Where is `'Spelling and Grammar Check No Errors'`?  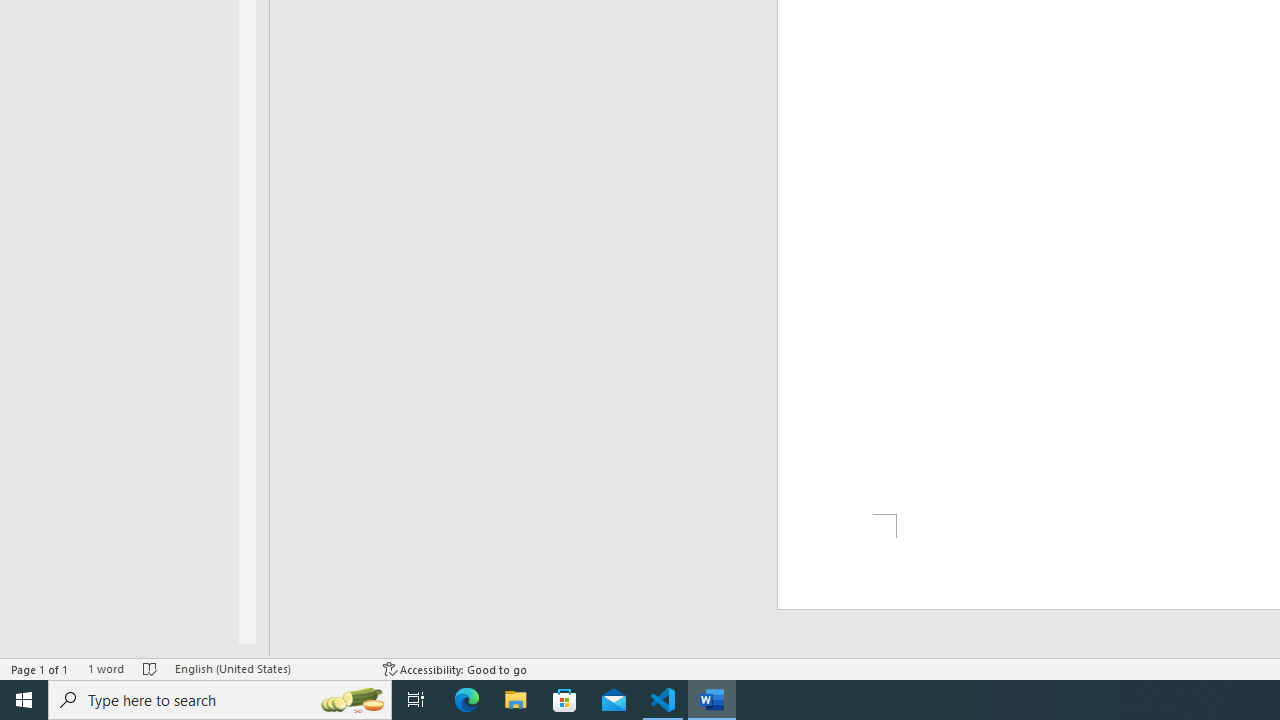 'Spelling and Grammar Check No Errors' is located at coordinates (149, 669).